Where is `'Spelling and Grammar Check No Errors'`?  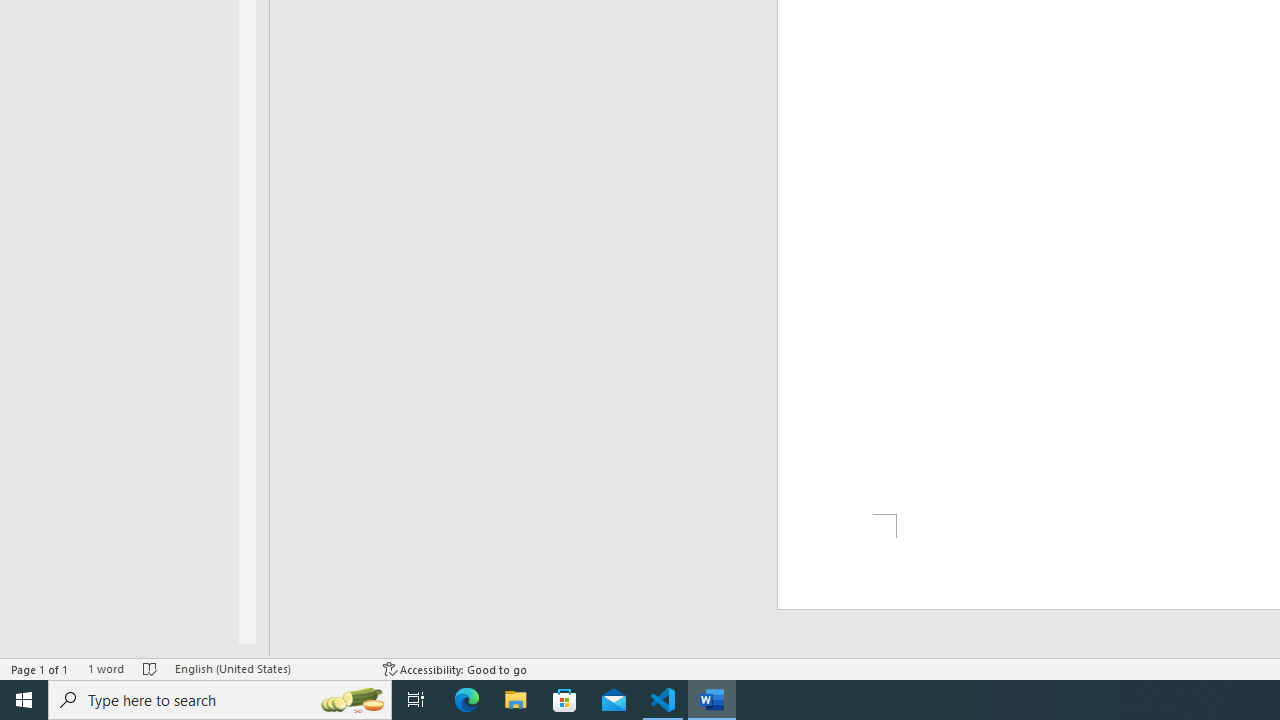 'Spelling and Grammar Check No Errors' is located at coordinates (149, 669).